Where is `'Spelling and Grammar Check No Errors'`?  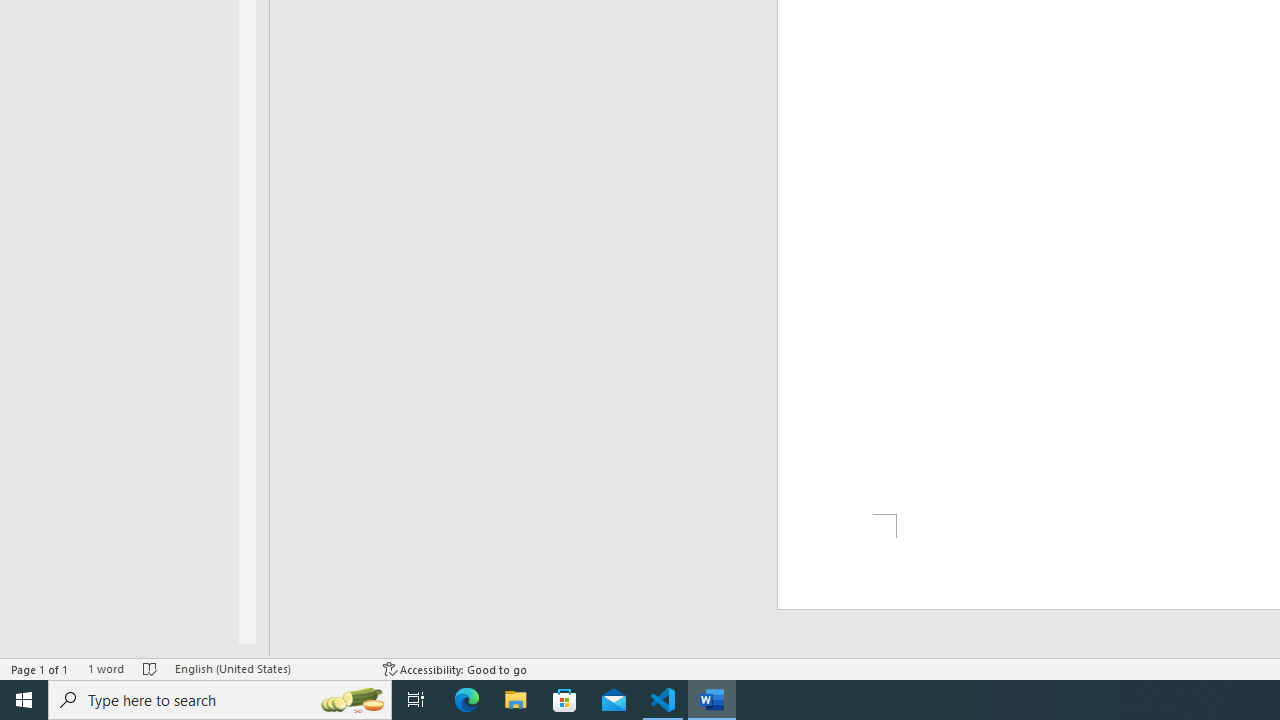 'Spelling and Grammar Check No Errors' is located at coordinates (149, 669).